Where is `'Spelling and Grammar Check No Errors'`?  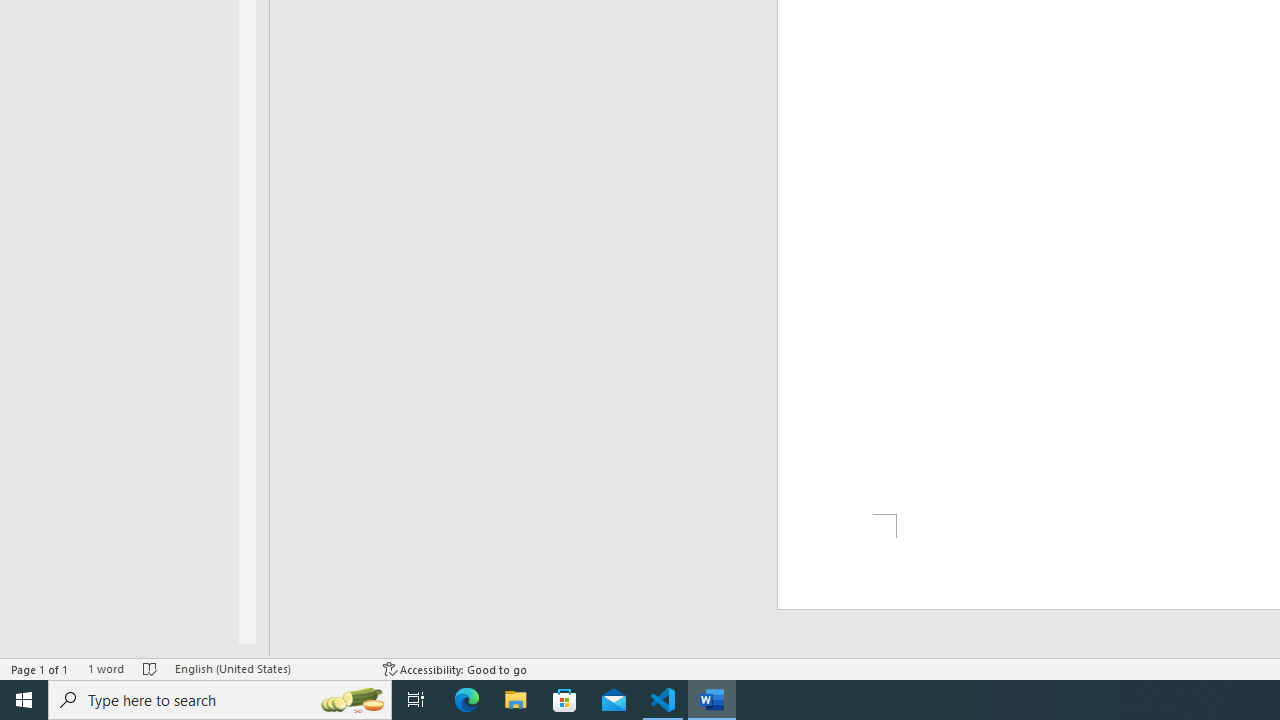 'Spelling and Grammar Check No Errors' is located at coordinates (149, 669).